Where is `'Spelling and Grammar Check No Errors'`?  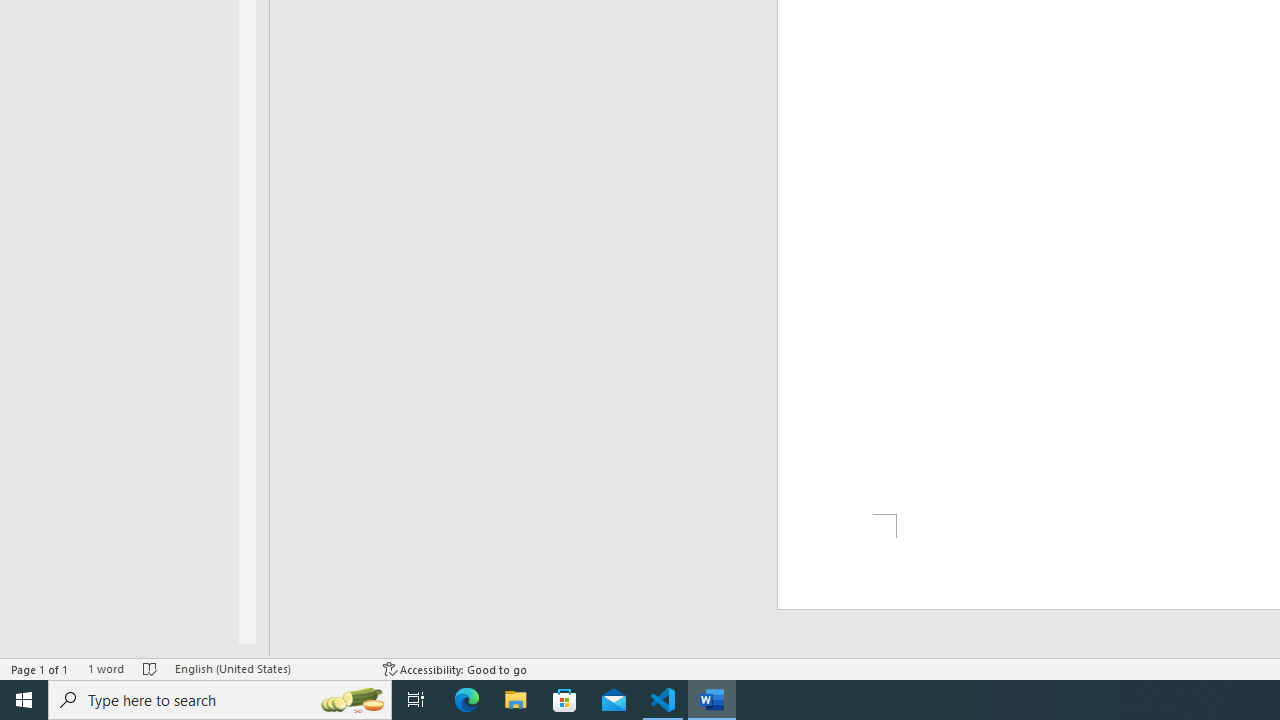 'Spelling and Grammar Check No Errors' is located at coordinates (149, 669).